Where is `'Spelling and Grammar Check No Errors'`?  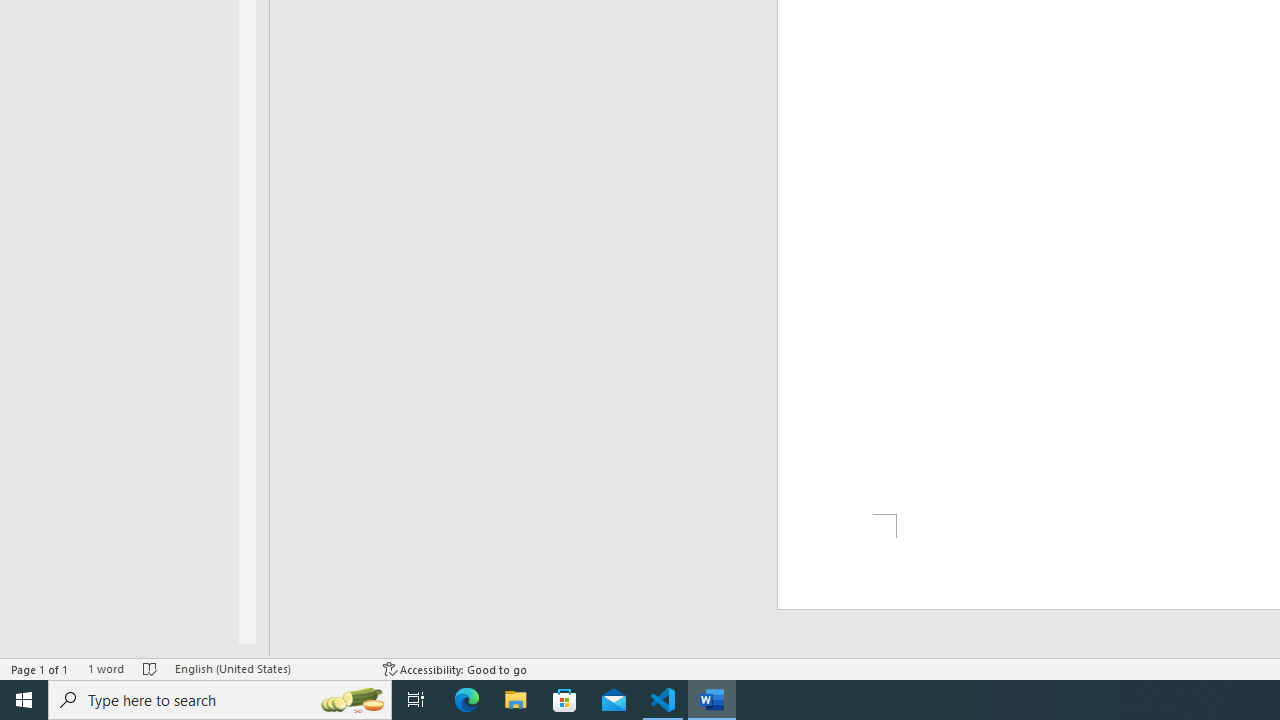 'Spelling and Grammar Check No Errors' is located at coordinates (149, 669).